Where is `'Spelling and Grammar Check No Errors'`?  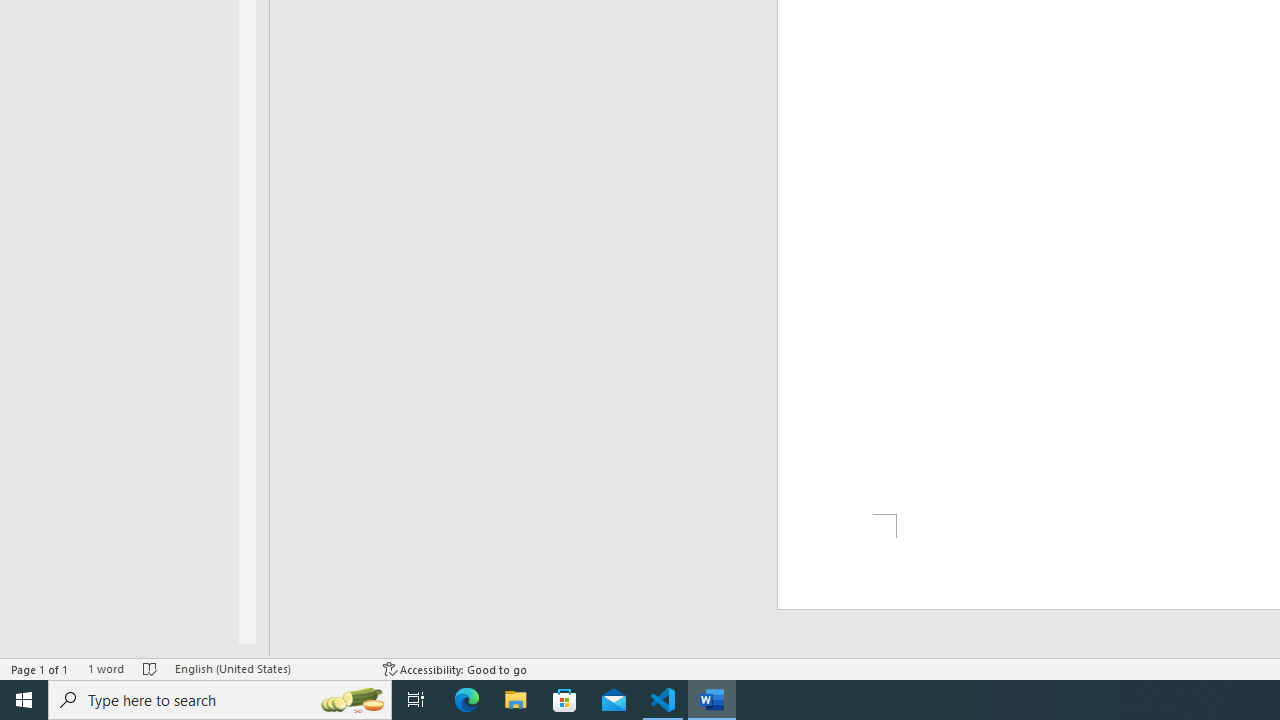 'Spelling and Grammar Check No Errors' is located at coordinates (149, 669).